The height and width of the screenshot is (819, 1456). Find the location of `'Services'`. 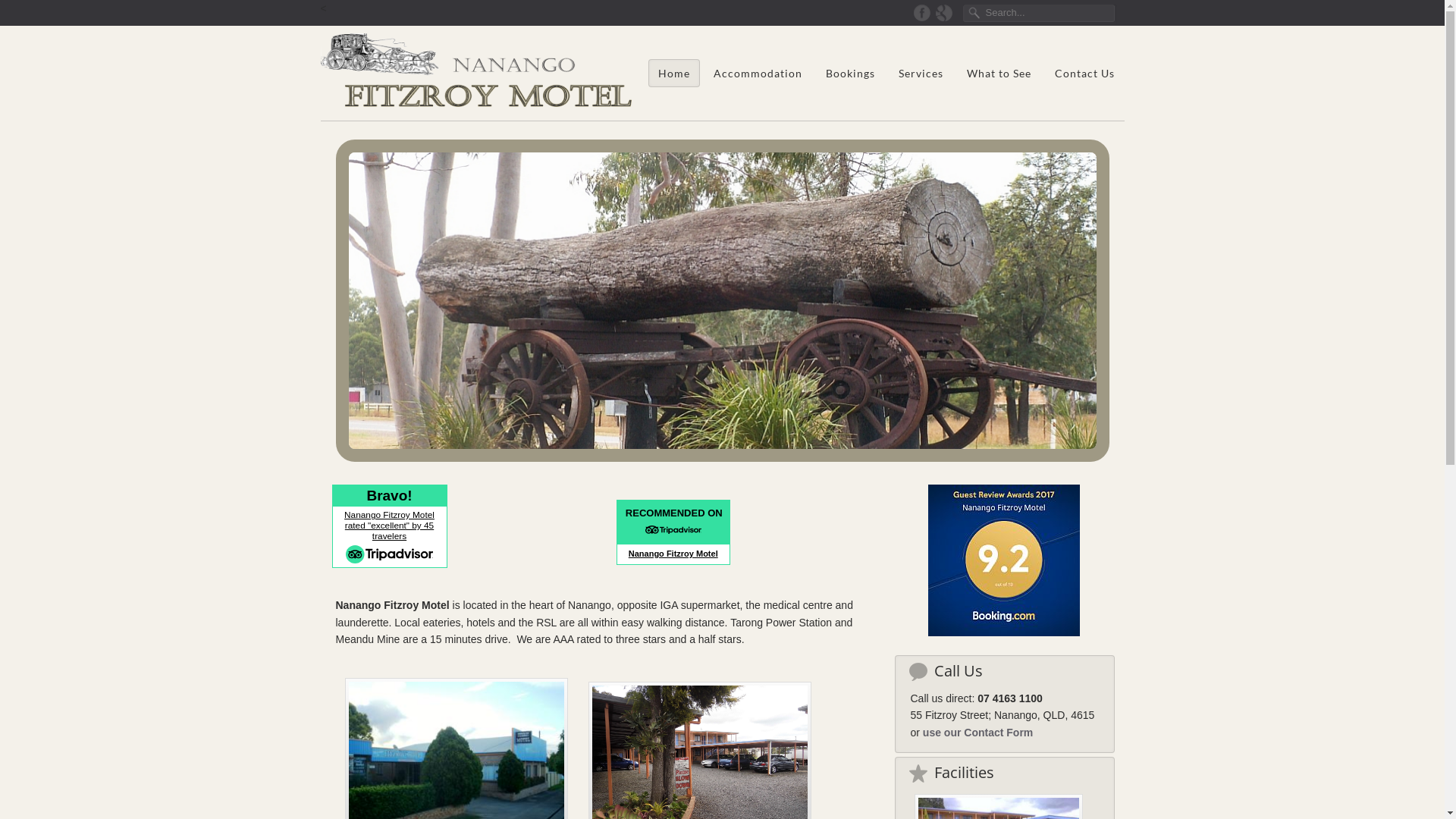

'Services' is located at coordinates (888, 73).